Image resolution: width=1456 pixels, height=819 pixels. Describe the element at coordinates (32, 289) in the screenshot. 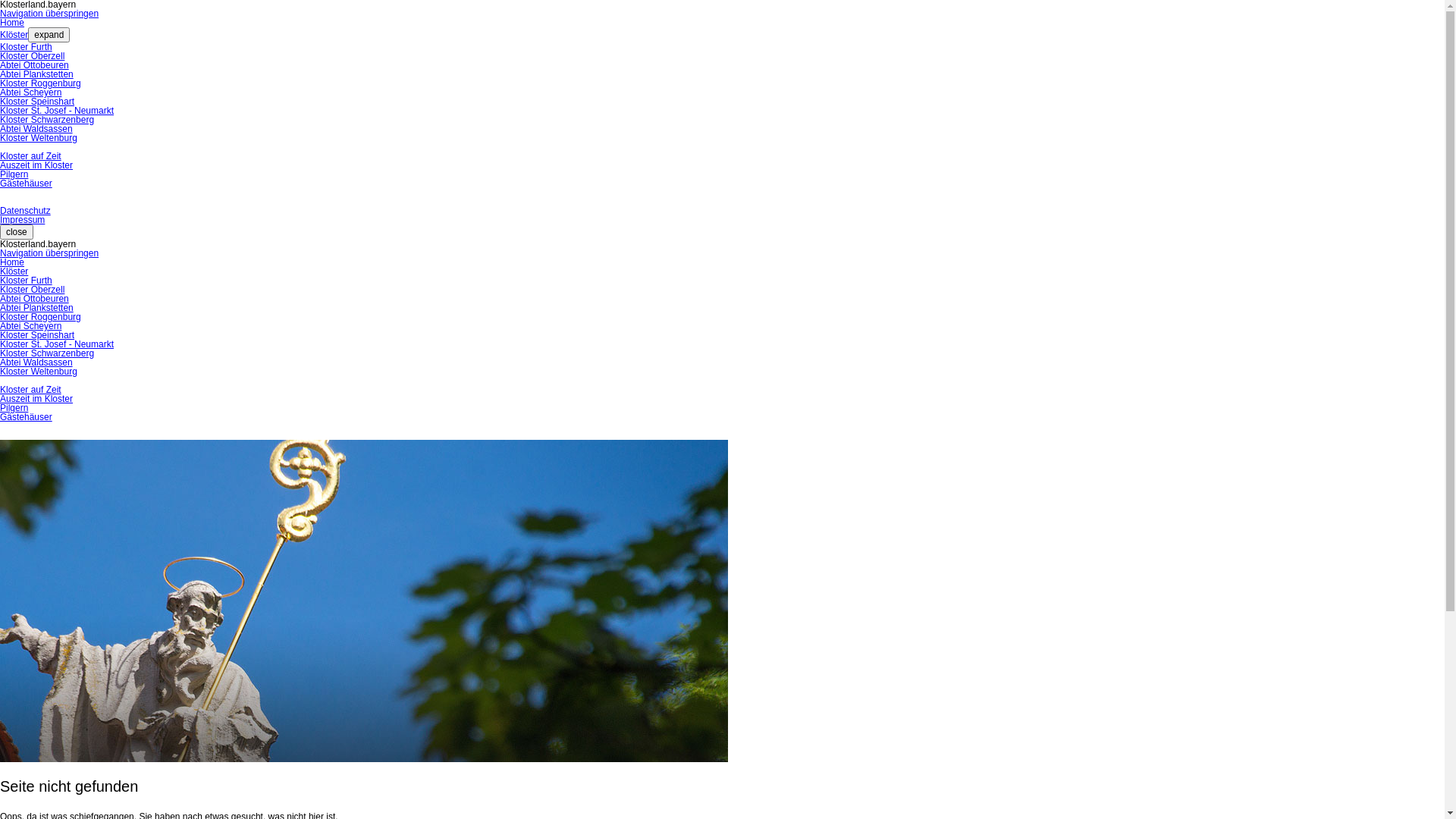

I see `'Kloster Oberzell'` at that location.